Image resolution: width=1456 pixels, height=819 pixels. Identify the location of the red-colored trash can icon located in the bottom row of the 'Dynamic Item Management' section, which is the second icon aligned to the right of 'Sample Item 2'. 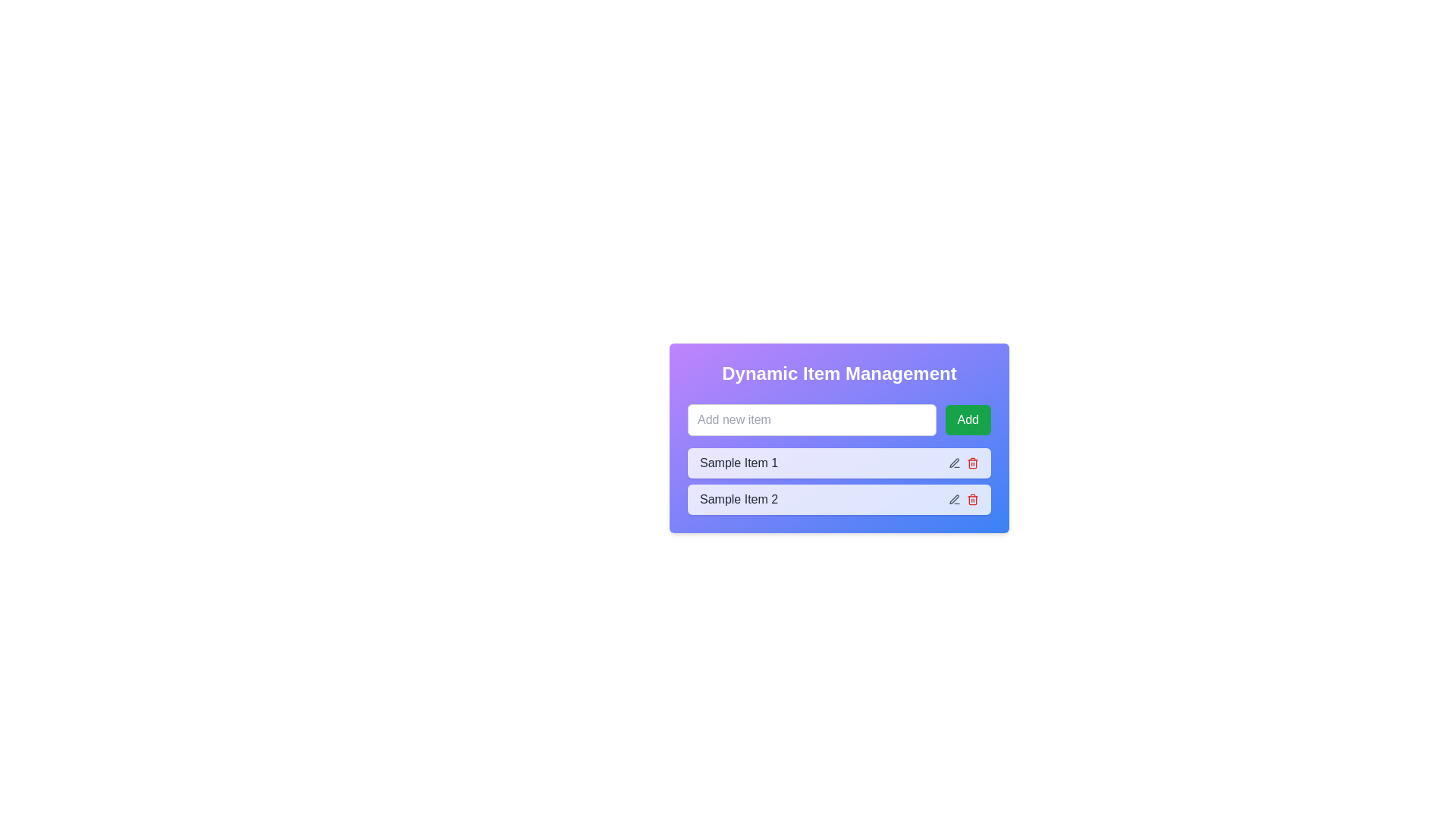
(972, 500).